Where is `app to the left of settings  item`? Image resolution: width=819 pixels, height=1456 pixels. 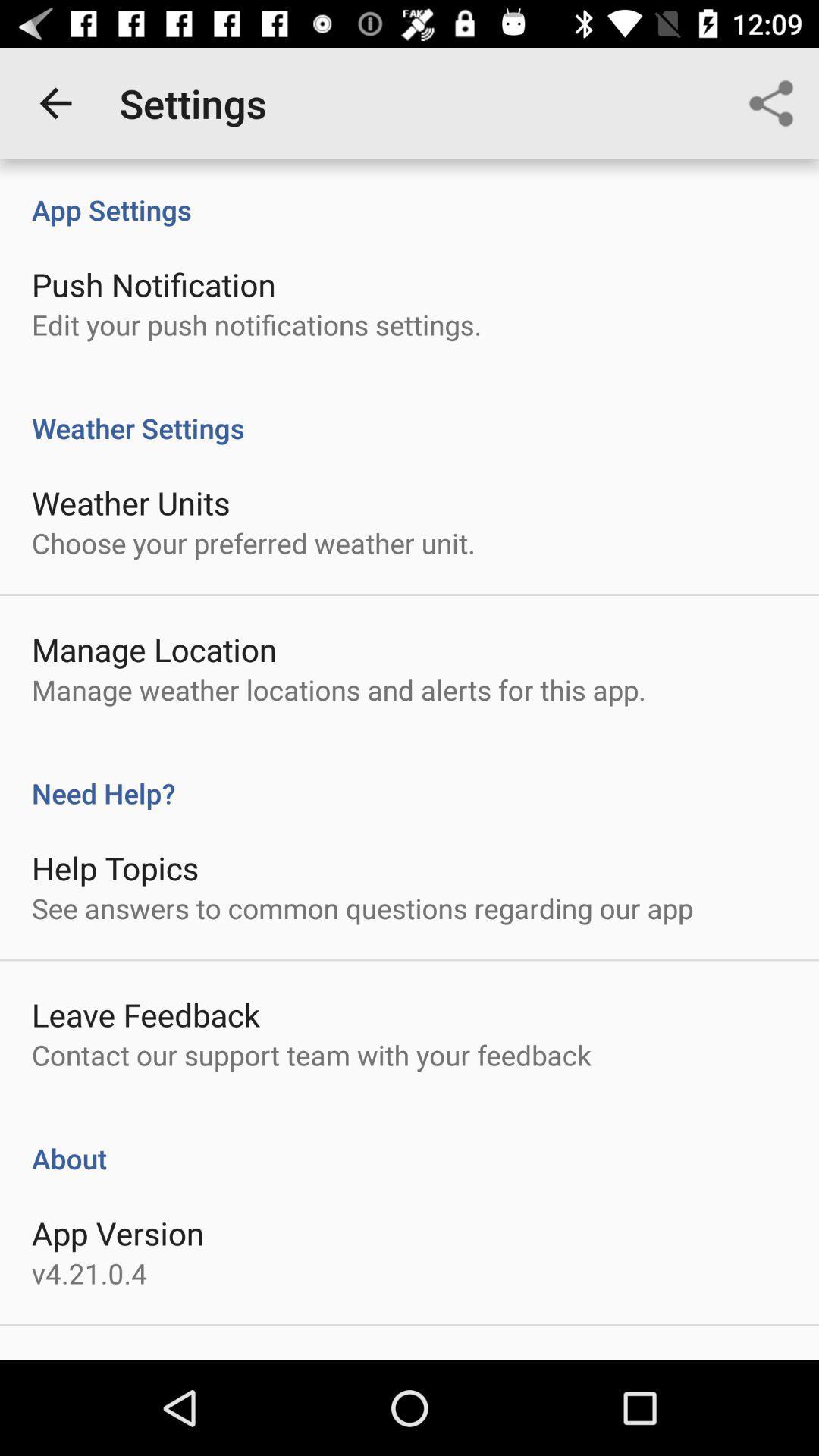
app to the left of settings  item is located at coordinates (55, 102).